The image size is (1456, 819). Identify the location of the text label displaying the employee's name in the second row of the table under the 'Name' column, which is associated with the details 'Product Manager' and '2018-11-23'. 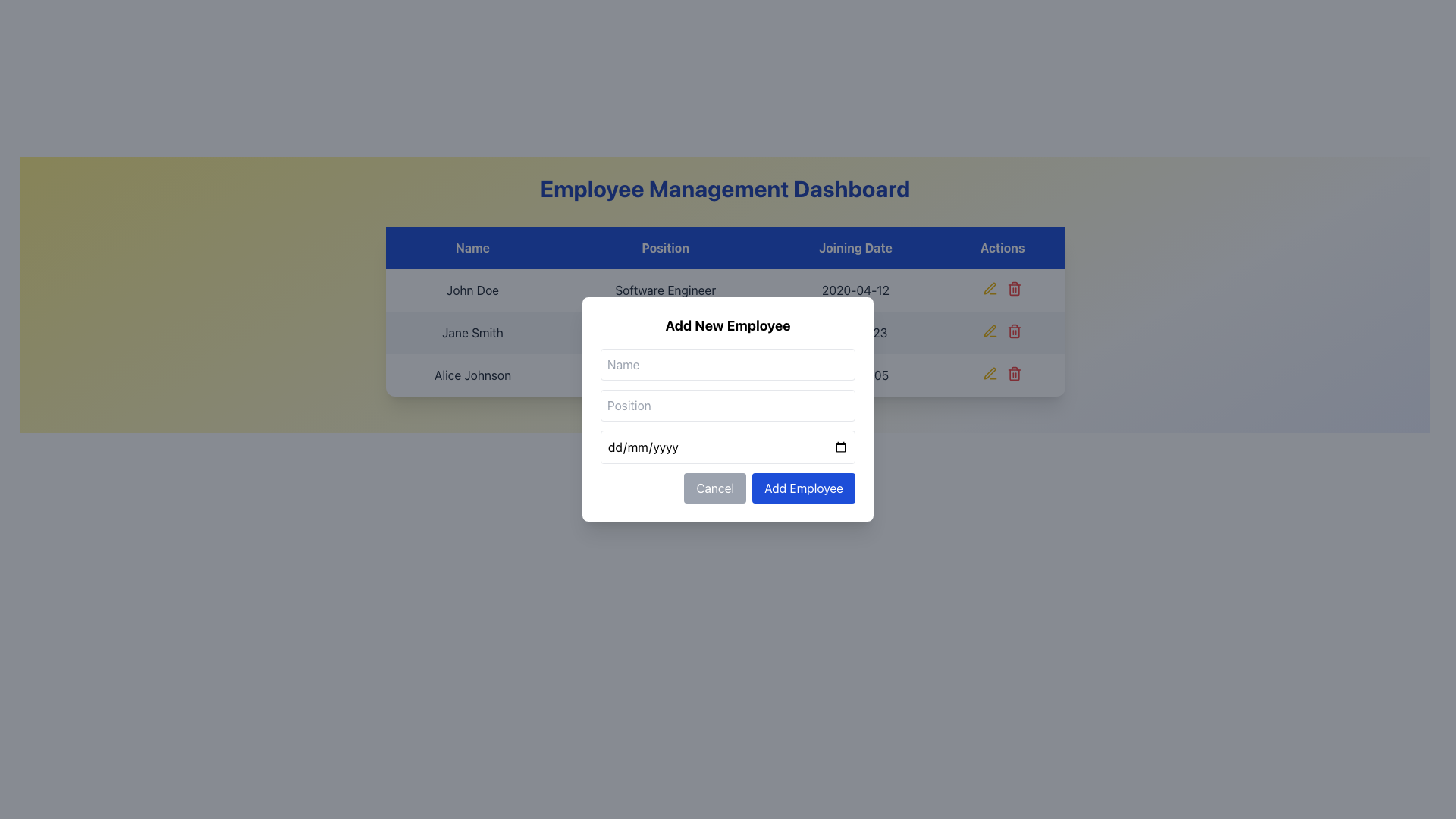
(472, 332).